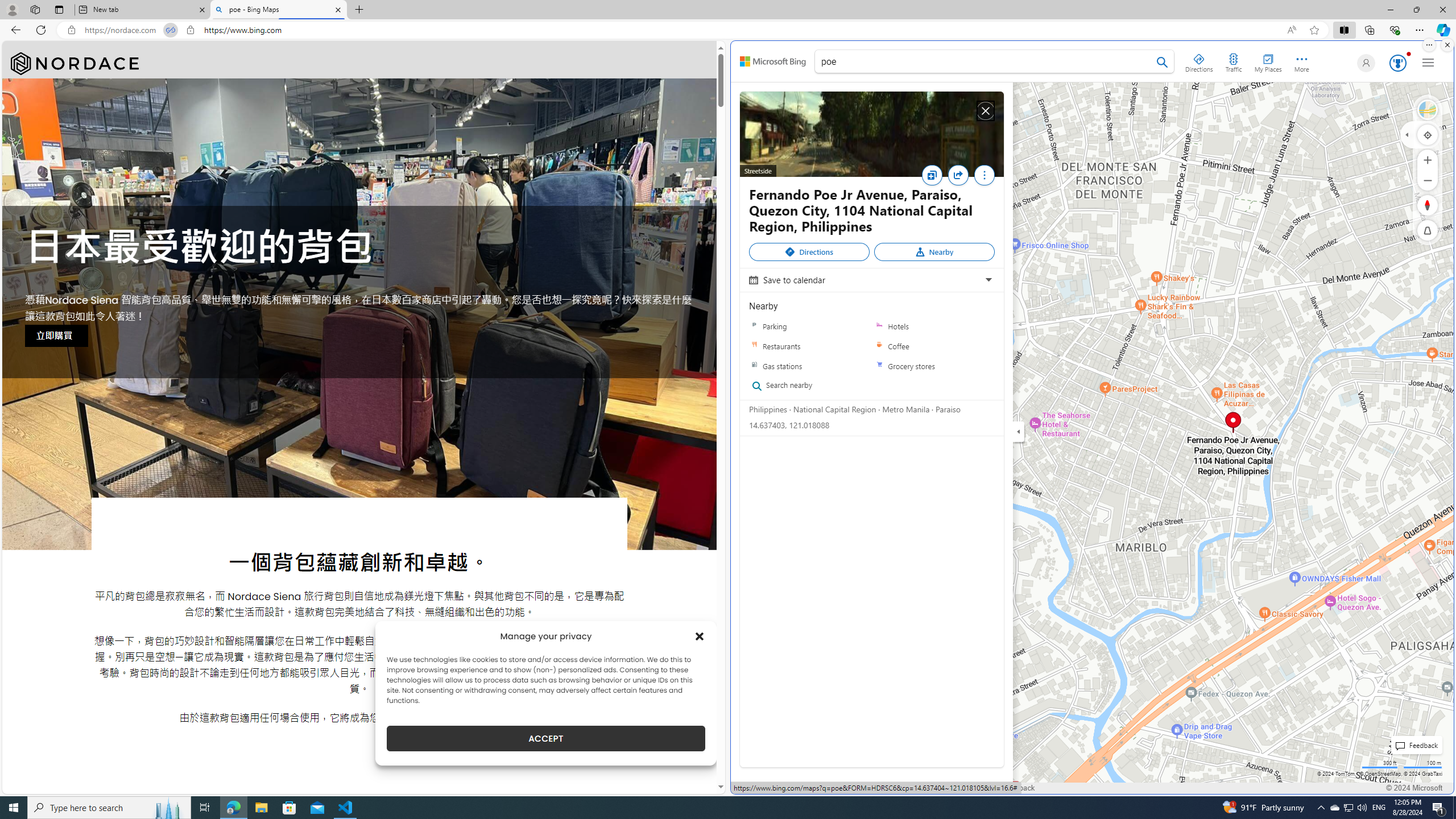 The width and height of the screenshot is (1456, 819). I want to click on 'Directions', so click(809, 252).